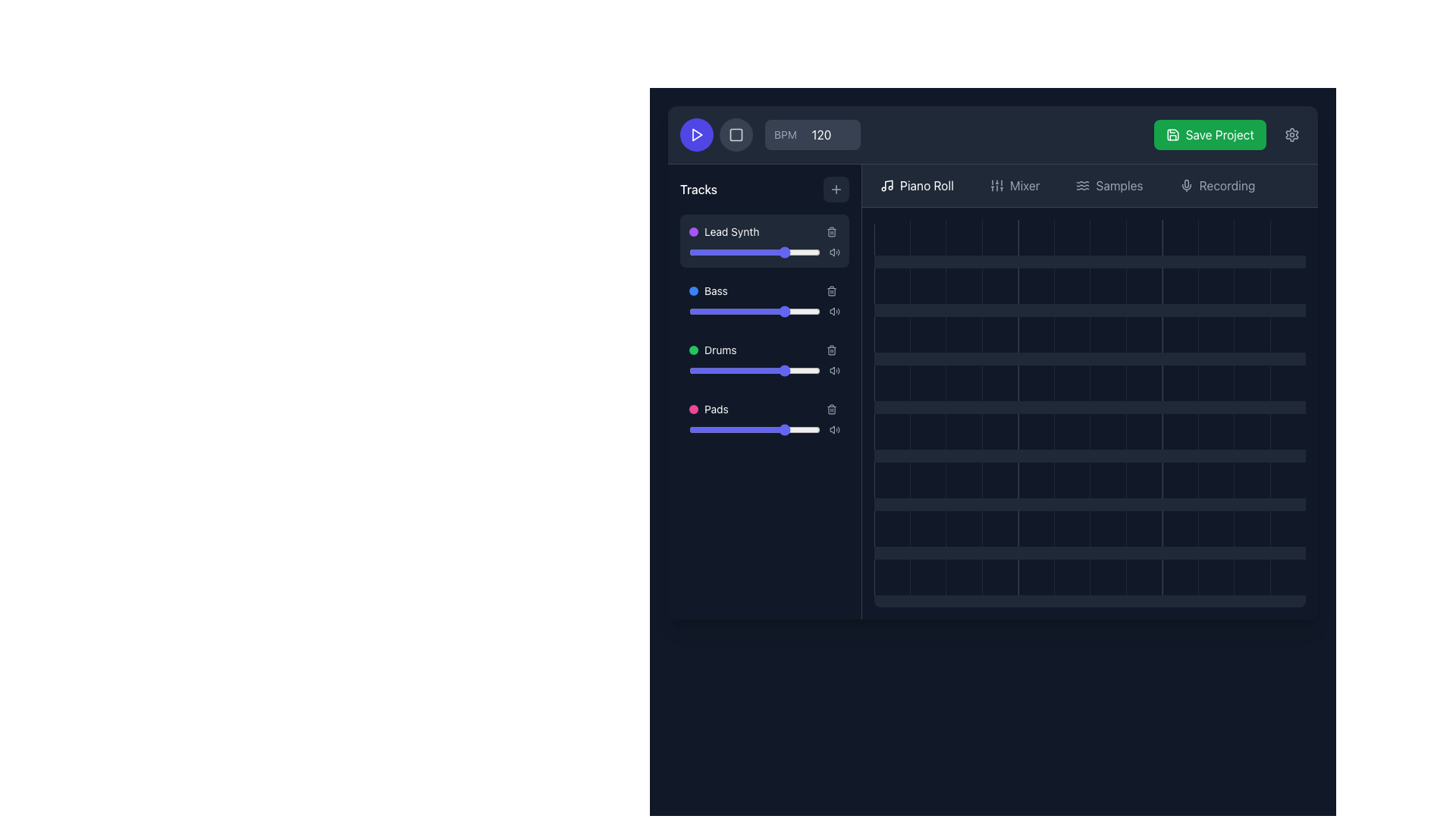 Image resolution: width=1456 pixels, height=819 pixels. I want to click on the static text label for the first track in the music editing interface, located at the top-left corner of the application, which is part of a vertical list labeled 'Tracks', so click(732, 231).